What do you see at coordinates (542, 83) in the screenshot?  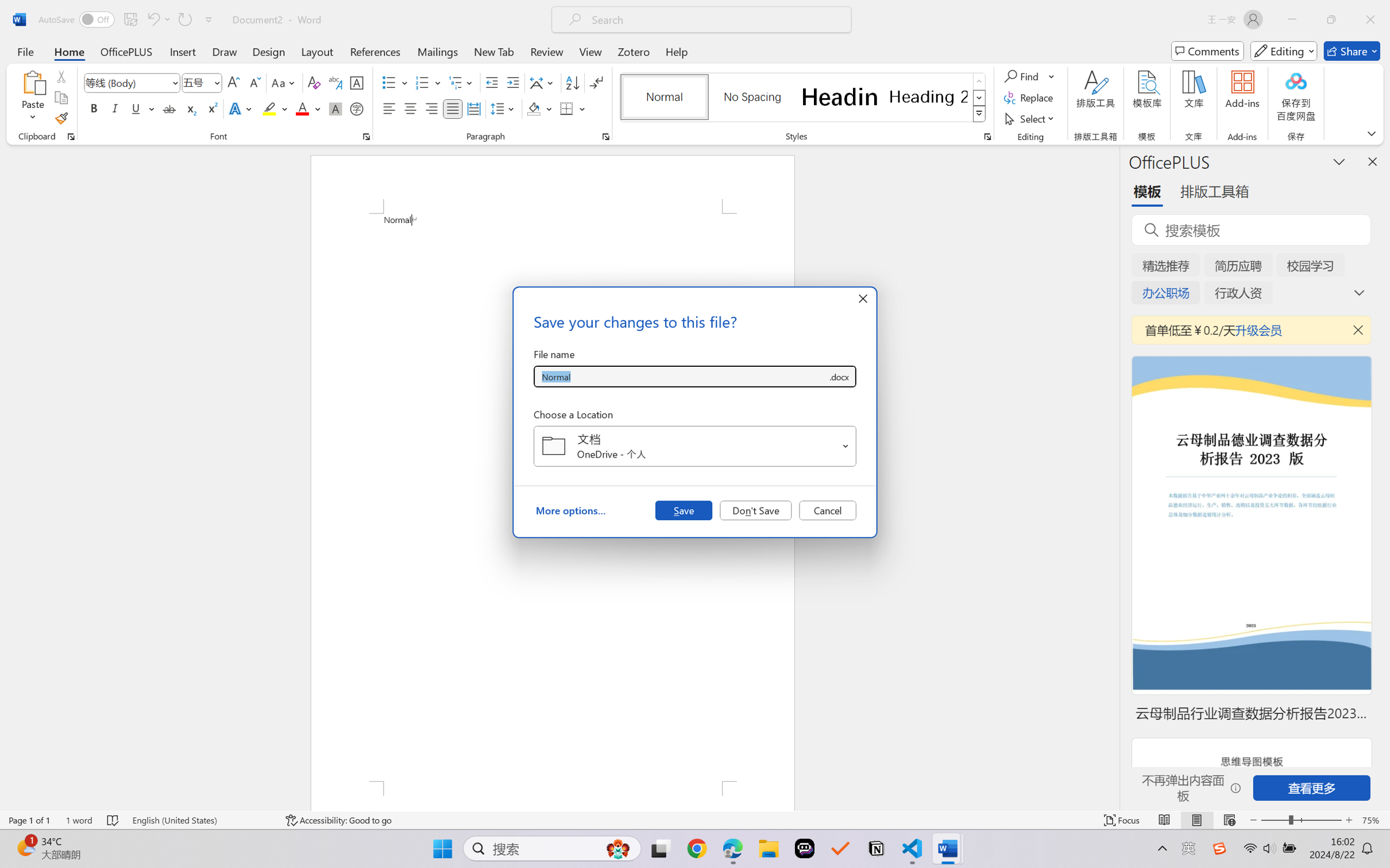 I see `'Asian Layout'` at bounding box center [542, 83].